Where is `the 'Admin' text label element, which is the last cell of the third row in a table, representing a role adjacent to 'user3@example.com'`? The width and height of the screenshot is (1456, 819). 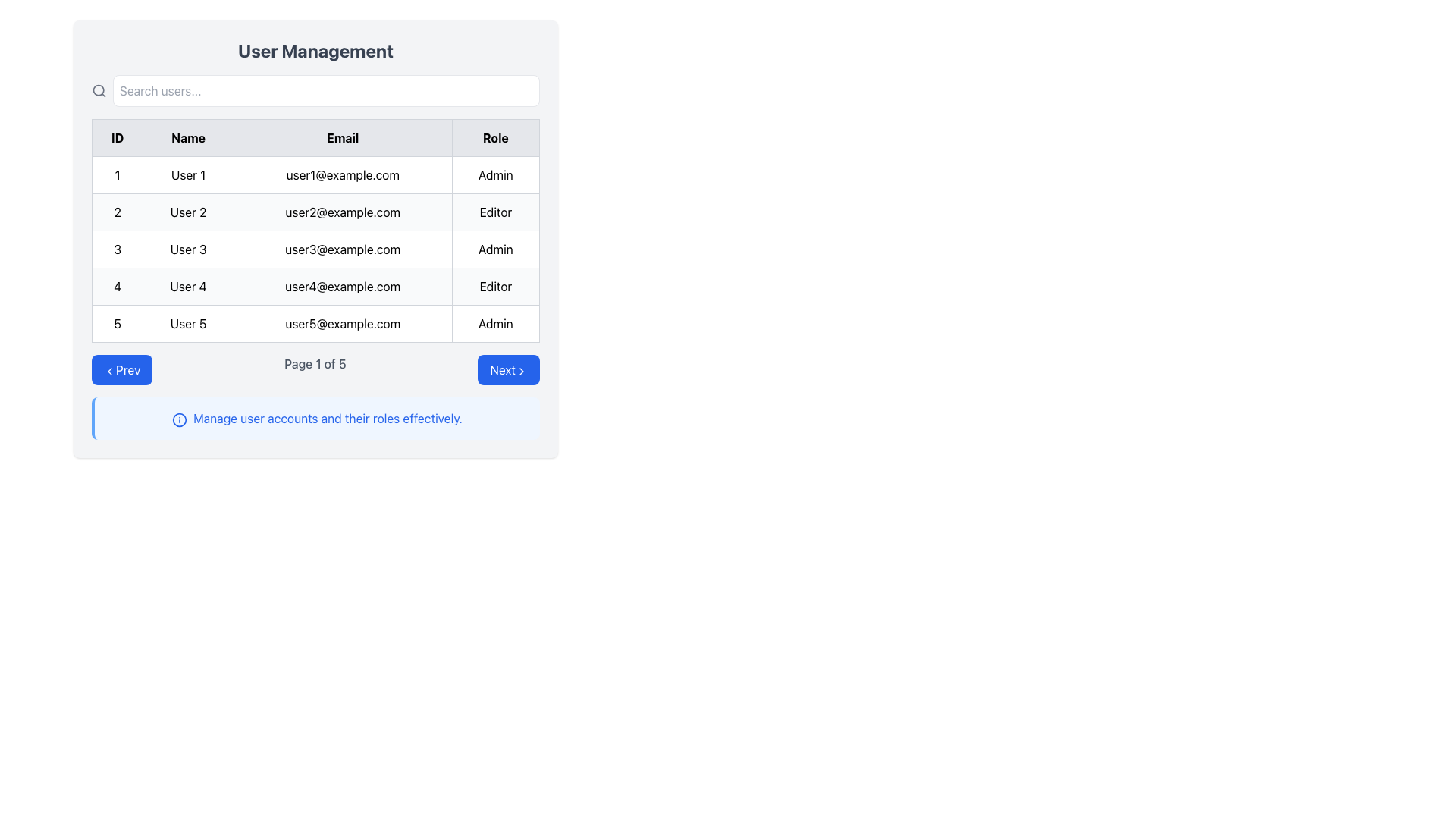
the 'Admin' text label element, which is the last cell of the third row in a table, representing a role adjacent to 'user3@example.com' is located at coordinates (495, 248).